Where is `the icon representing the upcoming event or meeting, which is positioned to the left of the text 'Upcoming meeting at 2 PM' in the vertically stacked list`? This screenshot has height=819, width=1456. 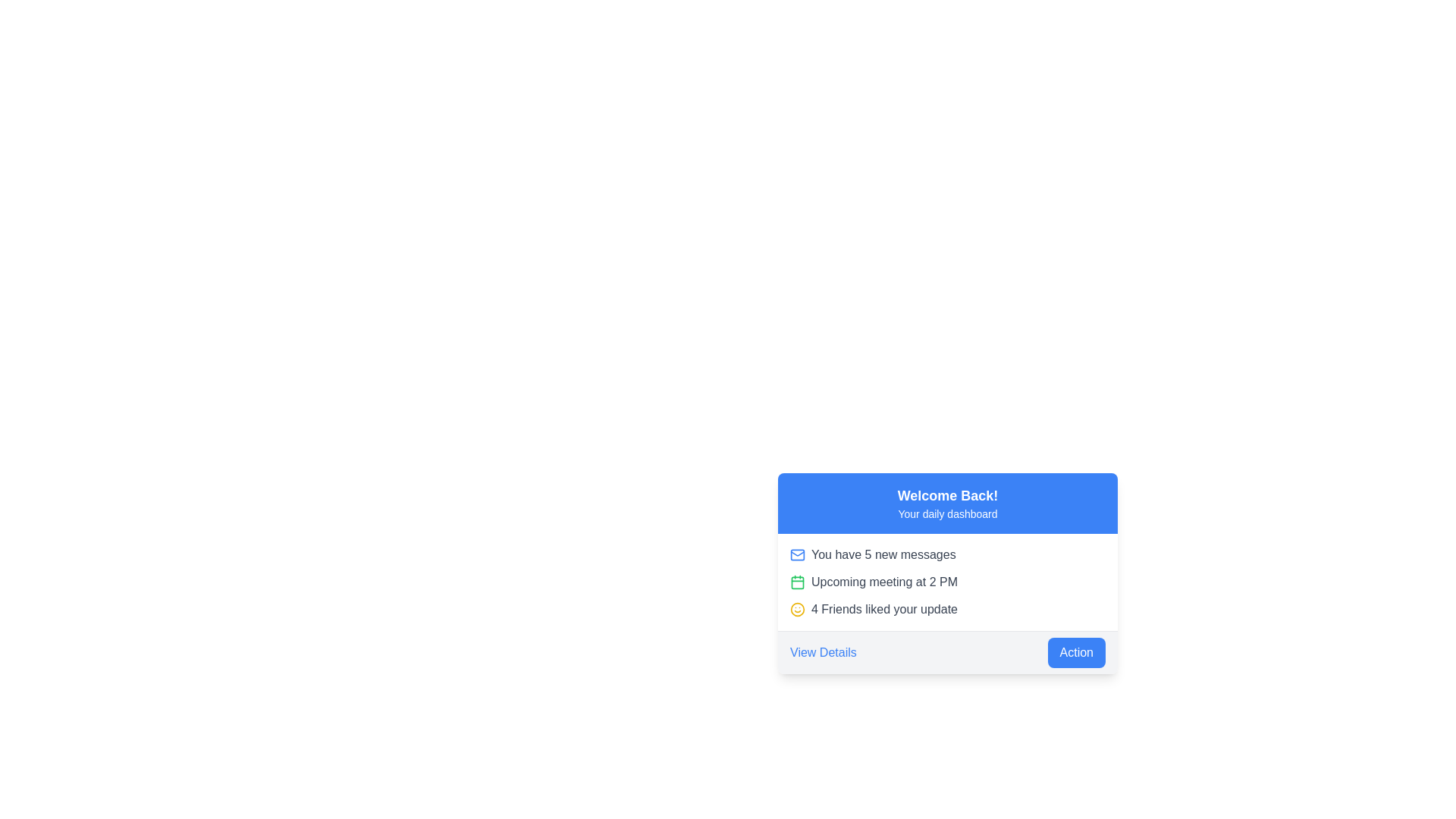 the icon representing the upcoming event or meeting, which is positioned to the left of the text 'Upcoming meeting at 2 PM' in the vertically stacked list is located at coordinates (796, 581).